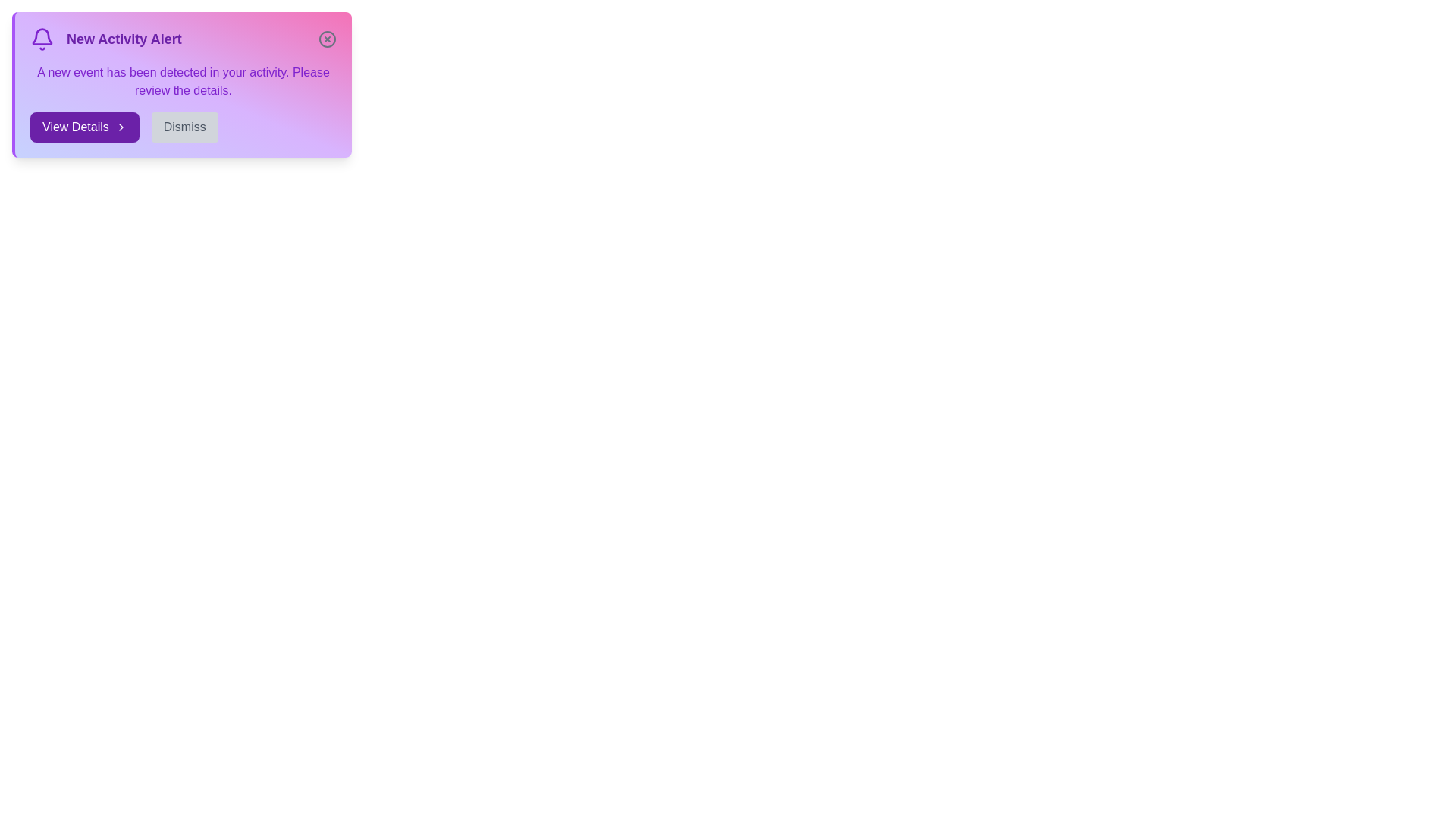 Image resolution: width=1456 pixels, height=819 pixels. I want to click on the 'Dismiss' button to hide the notification, so click(184, 127).